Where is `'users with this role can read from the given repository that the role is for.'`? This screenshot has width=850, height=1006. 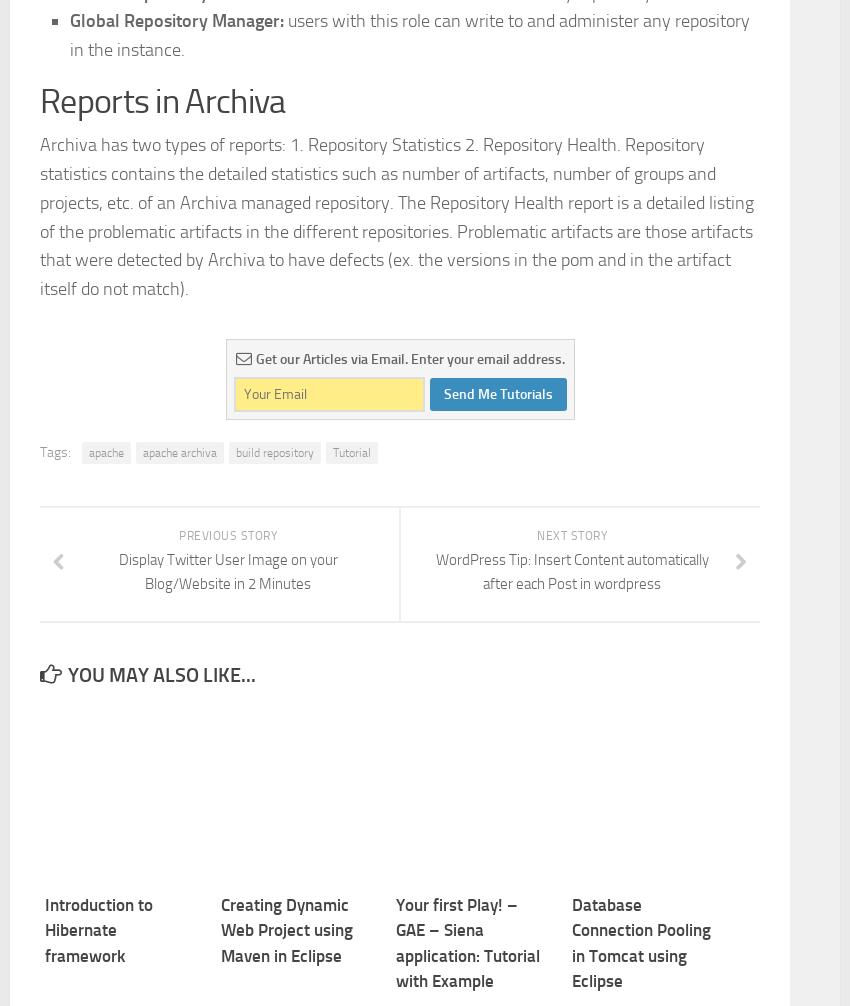
'users with this role can read from the given repository that the role is for.' is located at coordinates (410, 171).